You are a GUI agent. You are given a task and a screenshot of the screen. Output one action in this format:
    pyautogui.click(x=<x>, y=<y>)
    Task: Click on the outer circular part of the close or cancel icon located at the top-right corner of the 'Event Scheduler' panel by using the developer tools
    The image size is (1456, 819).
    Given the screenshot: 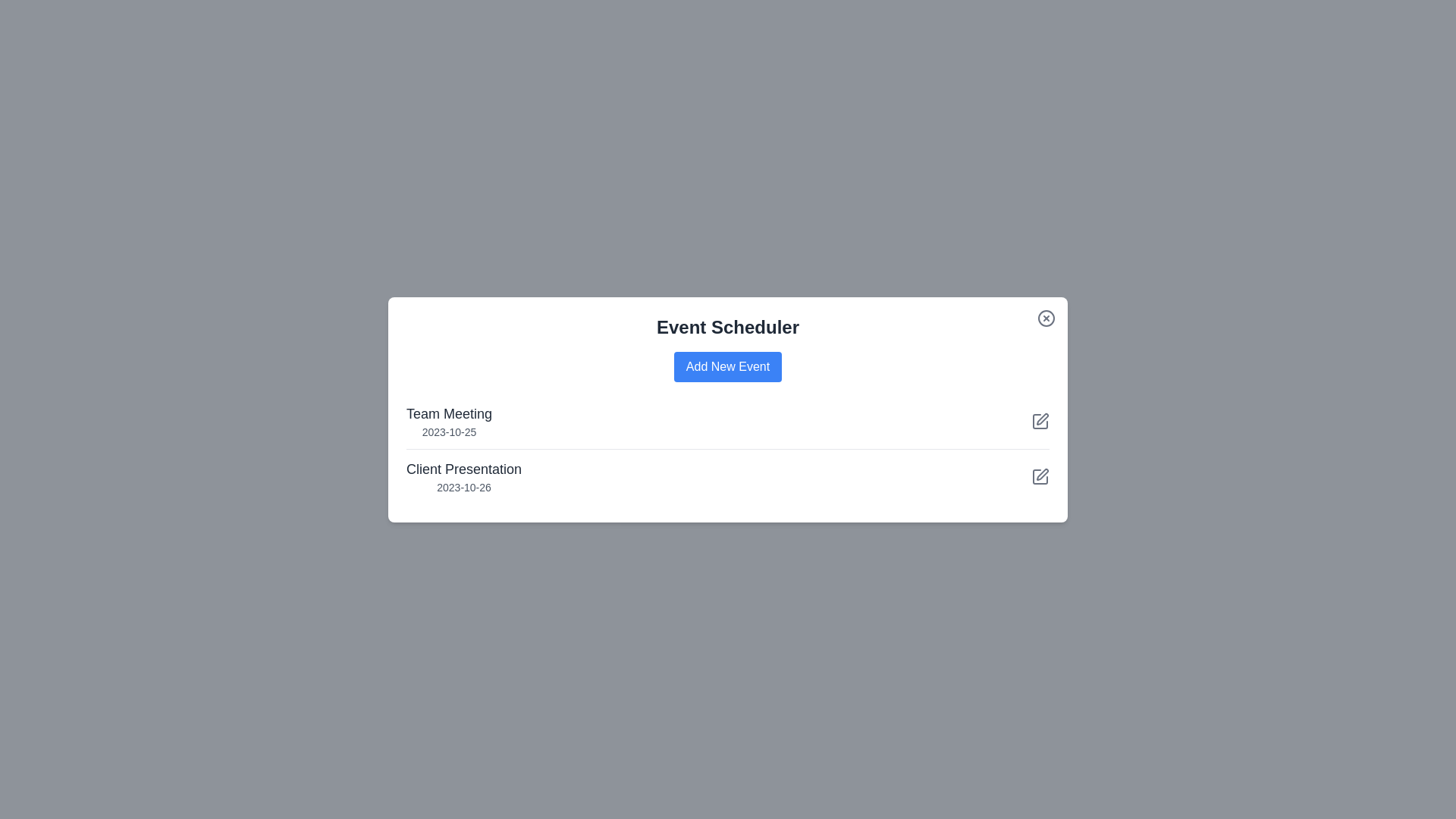 What is the action you would take?
    pyautogui.click(x=1046, y=317)
    